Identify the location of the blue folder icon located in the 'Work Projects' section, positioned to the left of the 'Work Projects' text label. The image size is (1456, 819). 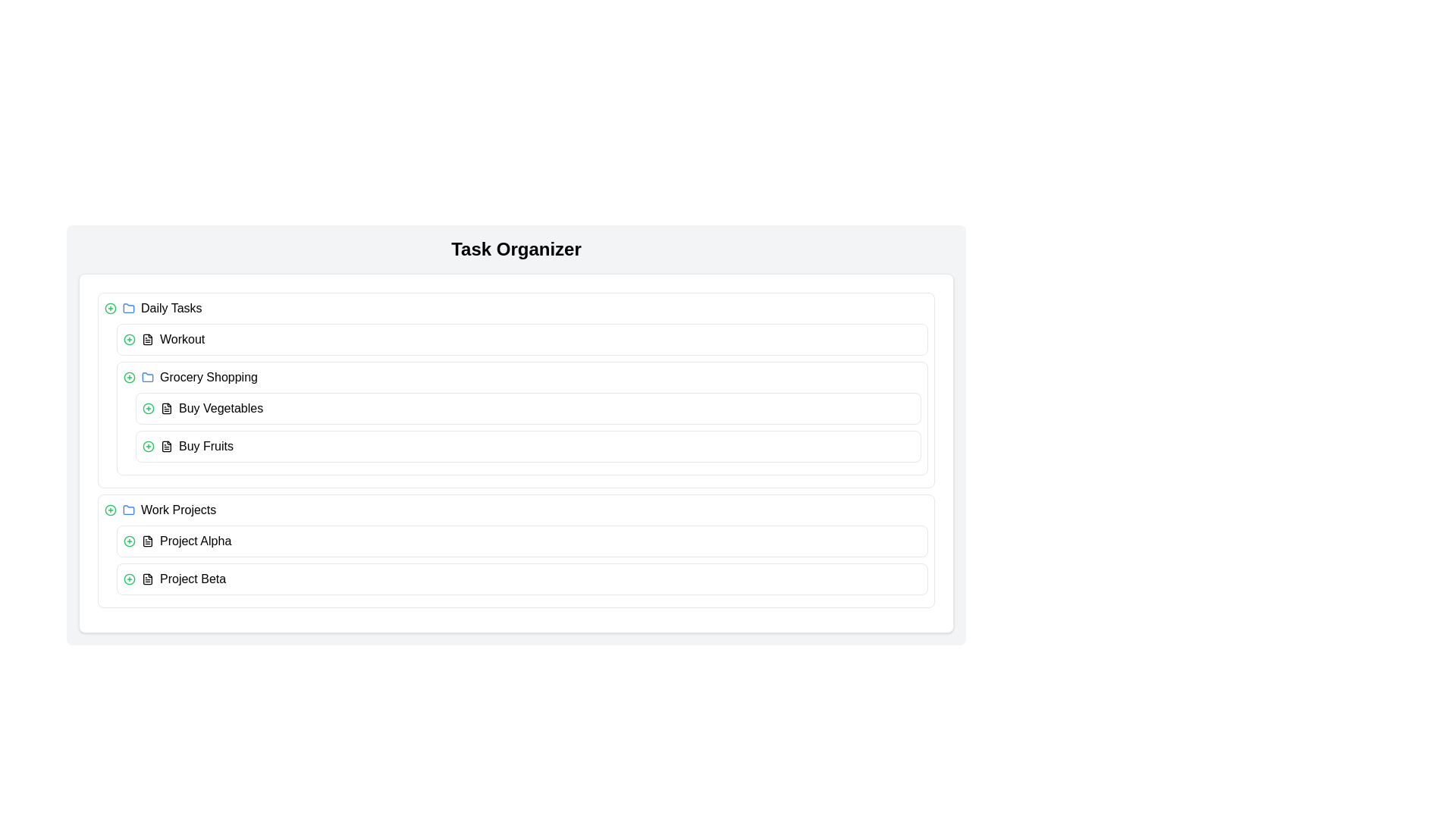
(128, 510).